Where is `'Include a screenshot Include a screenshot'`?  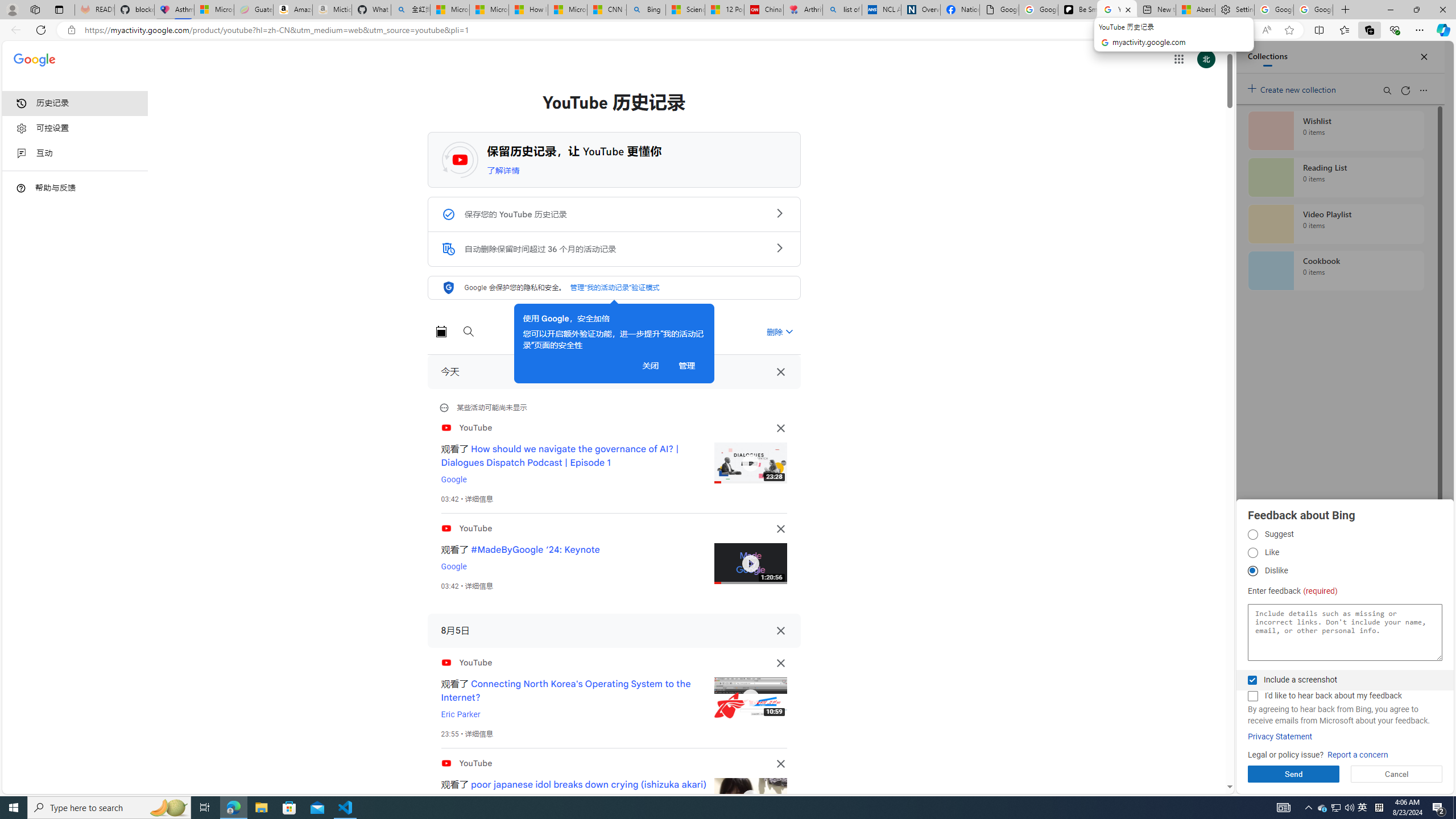
'Include a screenshot Include a screenshot' is located at coordinates (1252, 679).